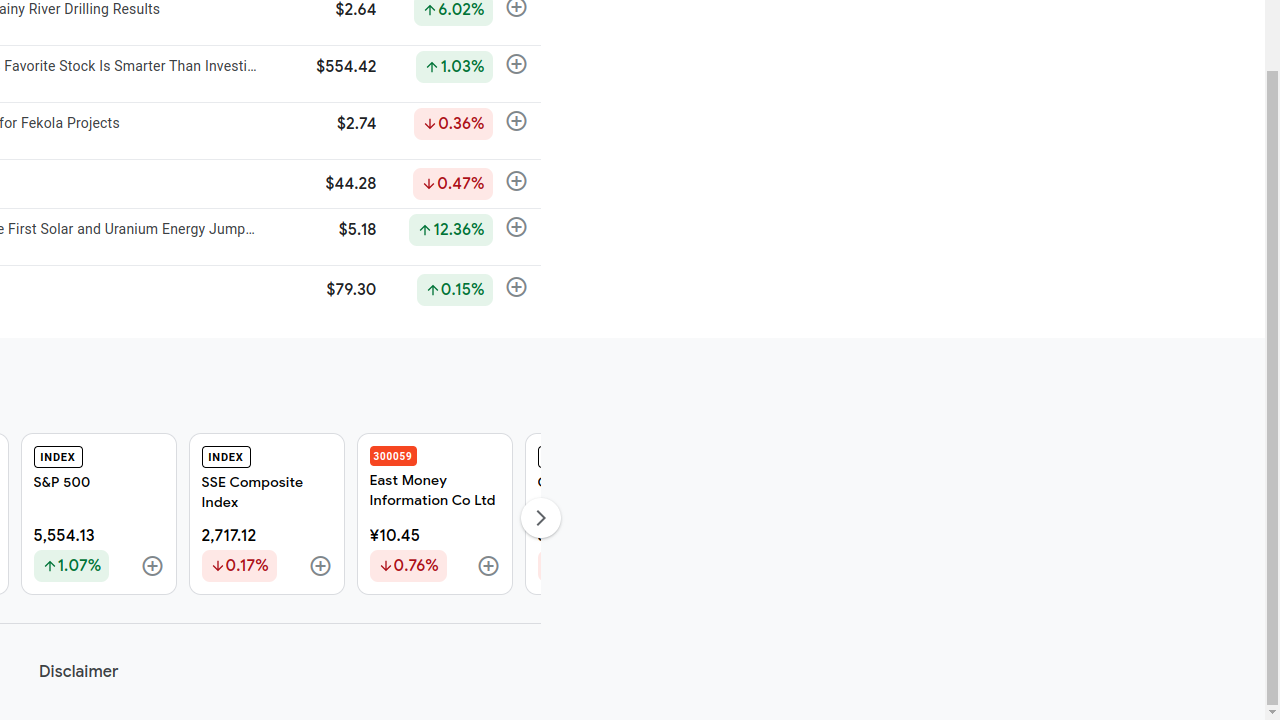  I want to click on 'INDEX SSE Composite Index 2,717.12 Down by 0.17%', so click(265, 513).